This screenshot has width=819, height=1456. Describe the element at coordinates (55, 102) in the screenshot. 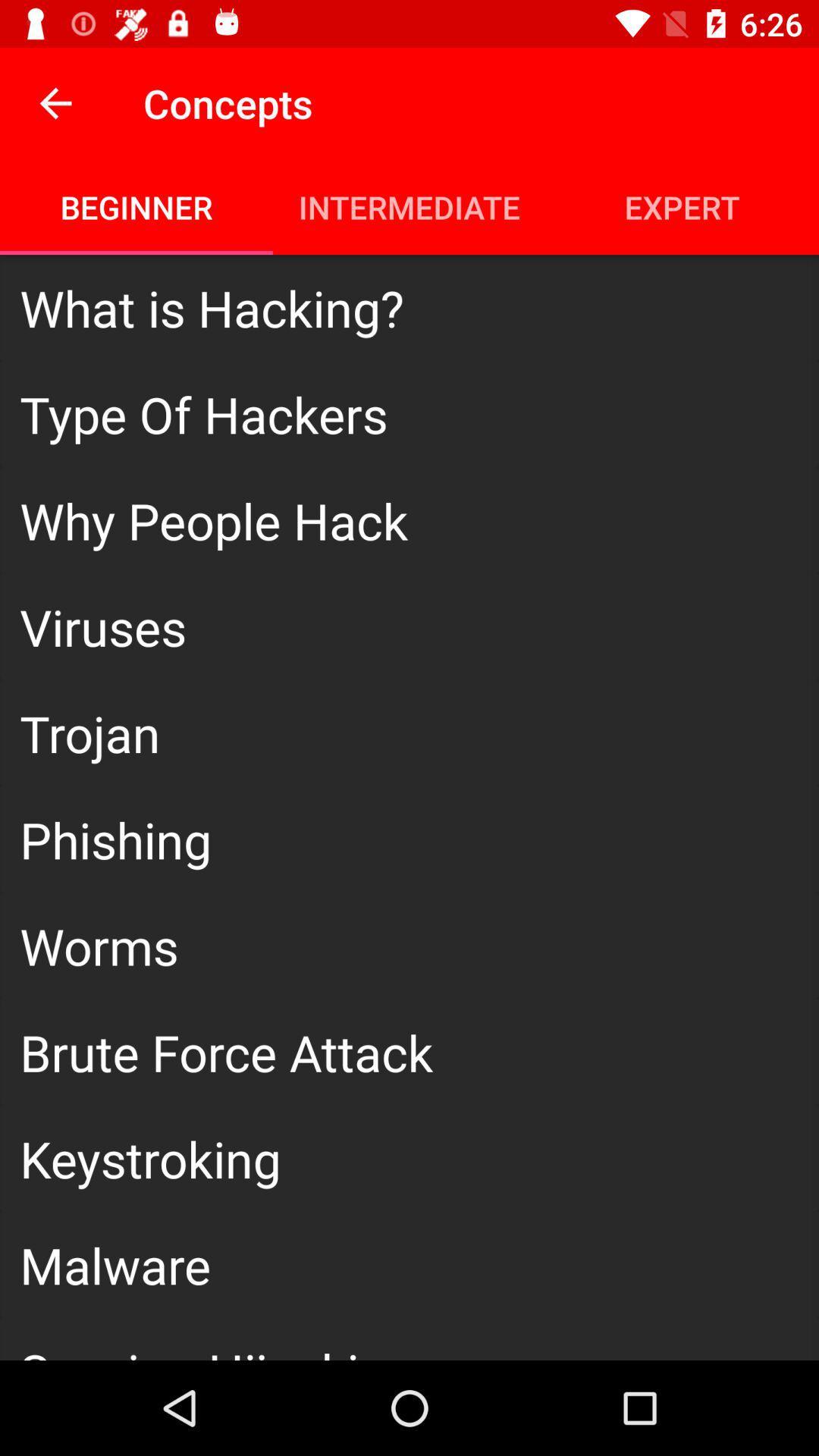

I see `the icon above beginner` at that location.